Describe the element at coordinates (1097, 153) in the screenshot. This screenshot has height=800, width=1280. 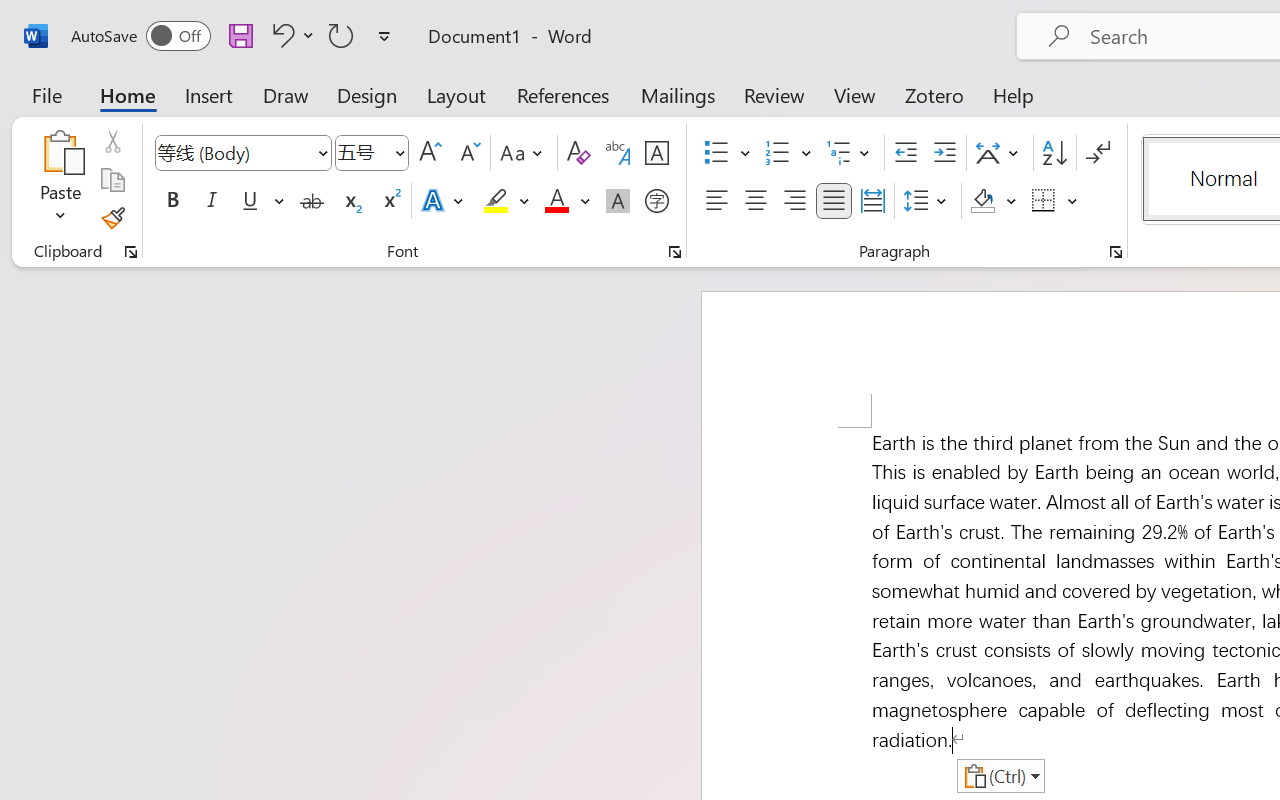
I see `'Show/Hide Editing Marks'` at that location.